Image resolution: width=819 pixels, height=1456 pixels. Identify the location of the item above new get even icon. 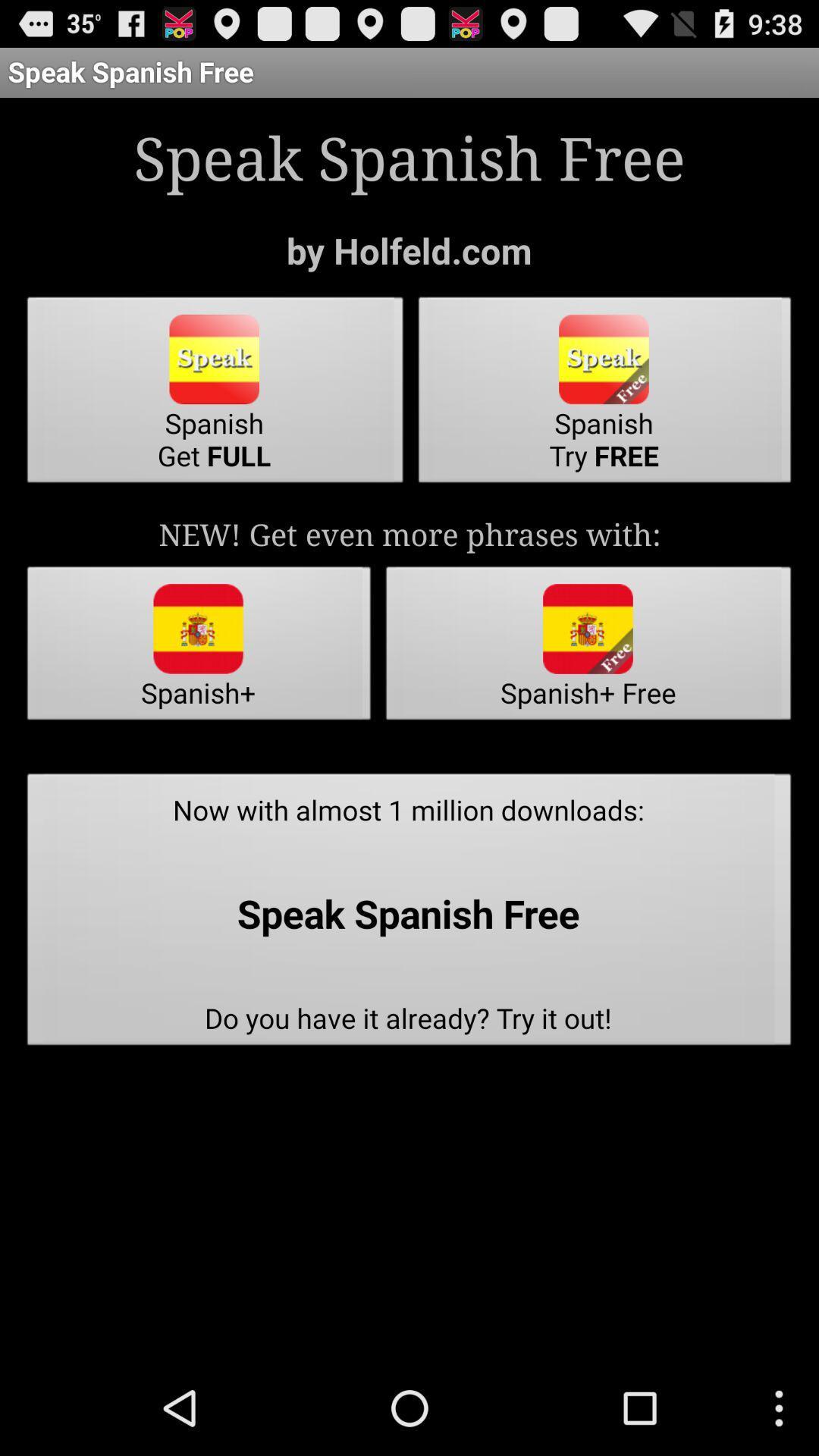
(215, 394).